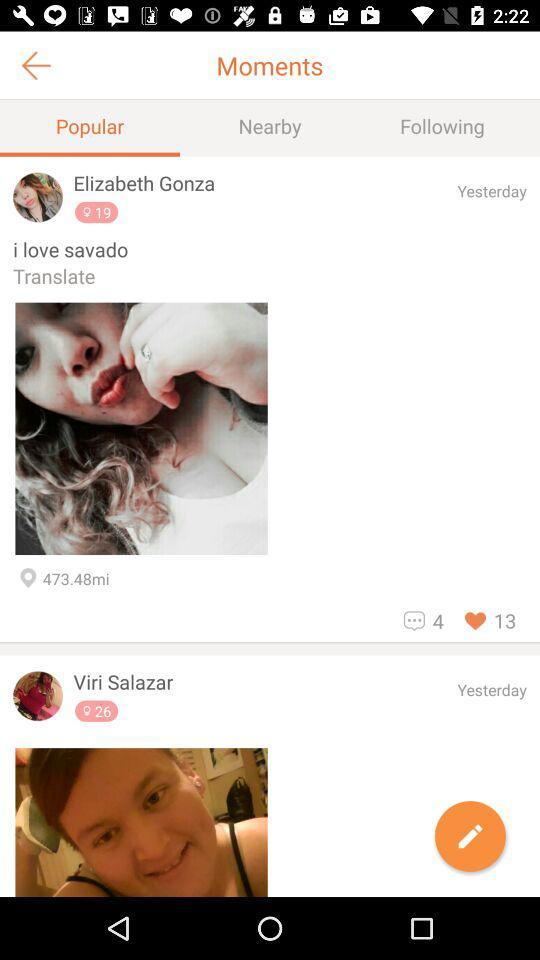 This screenshot has height=960, width=540. I want to click on the avatar icon, so click(38, 197).